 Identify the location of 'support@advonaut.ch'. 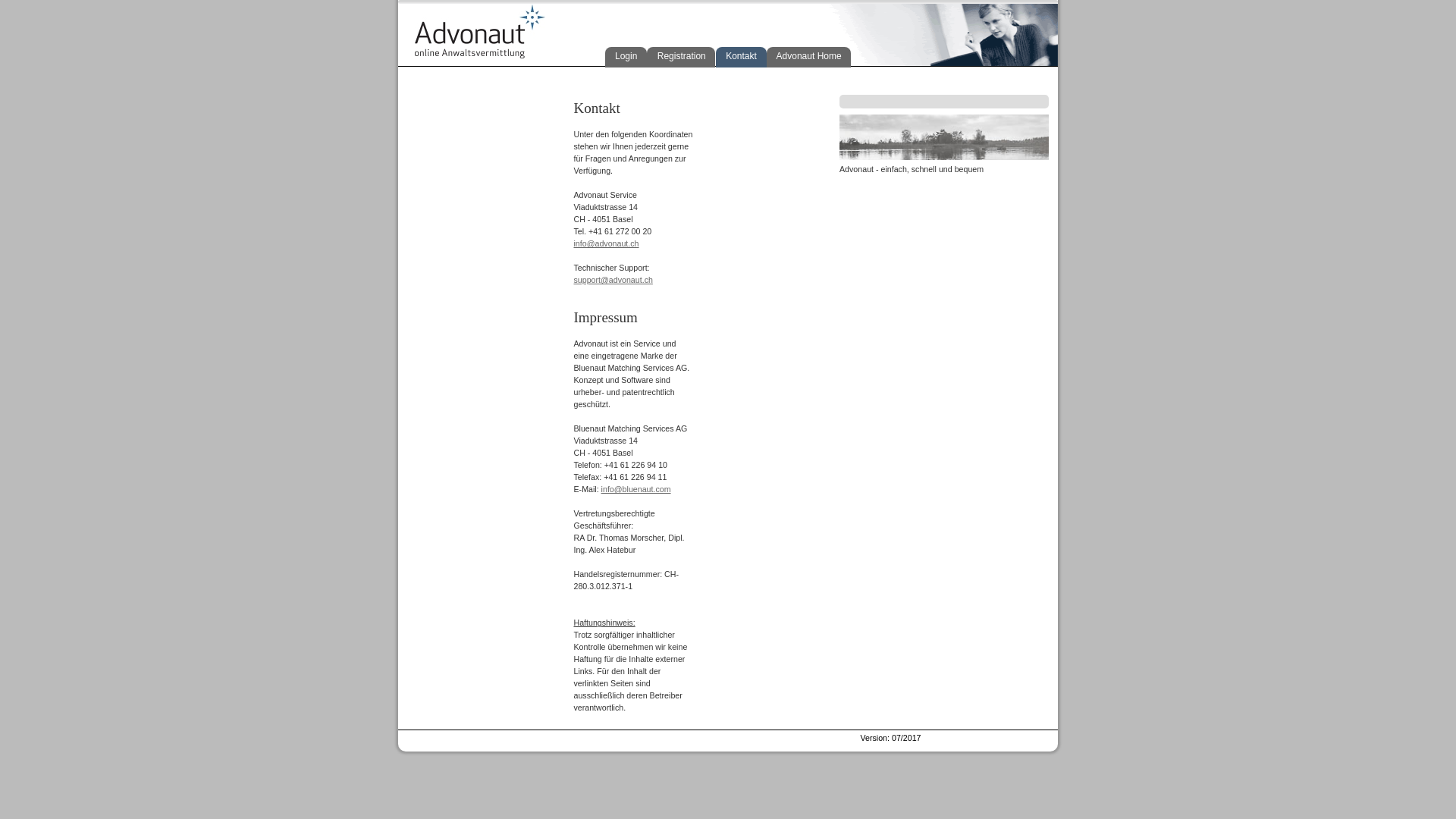
(612, 280).